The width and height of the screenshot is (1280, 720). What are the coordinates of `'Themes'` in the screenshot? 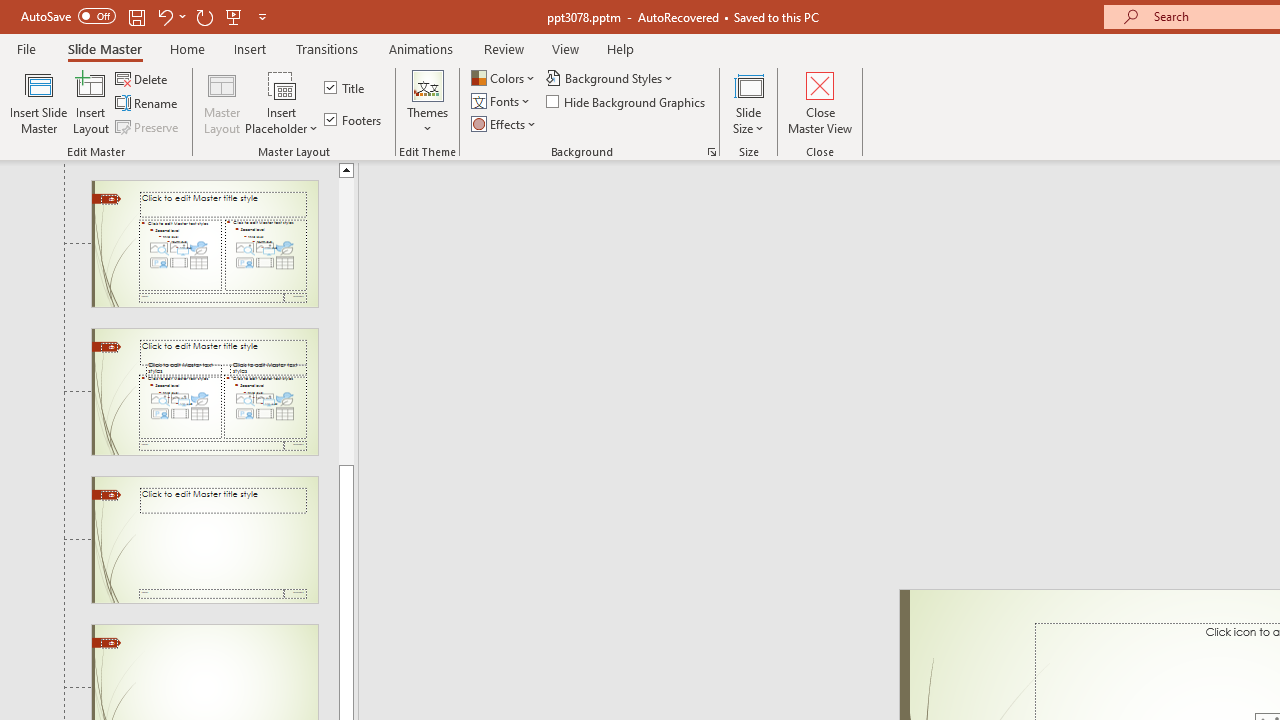 It's located at (426, 103).